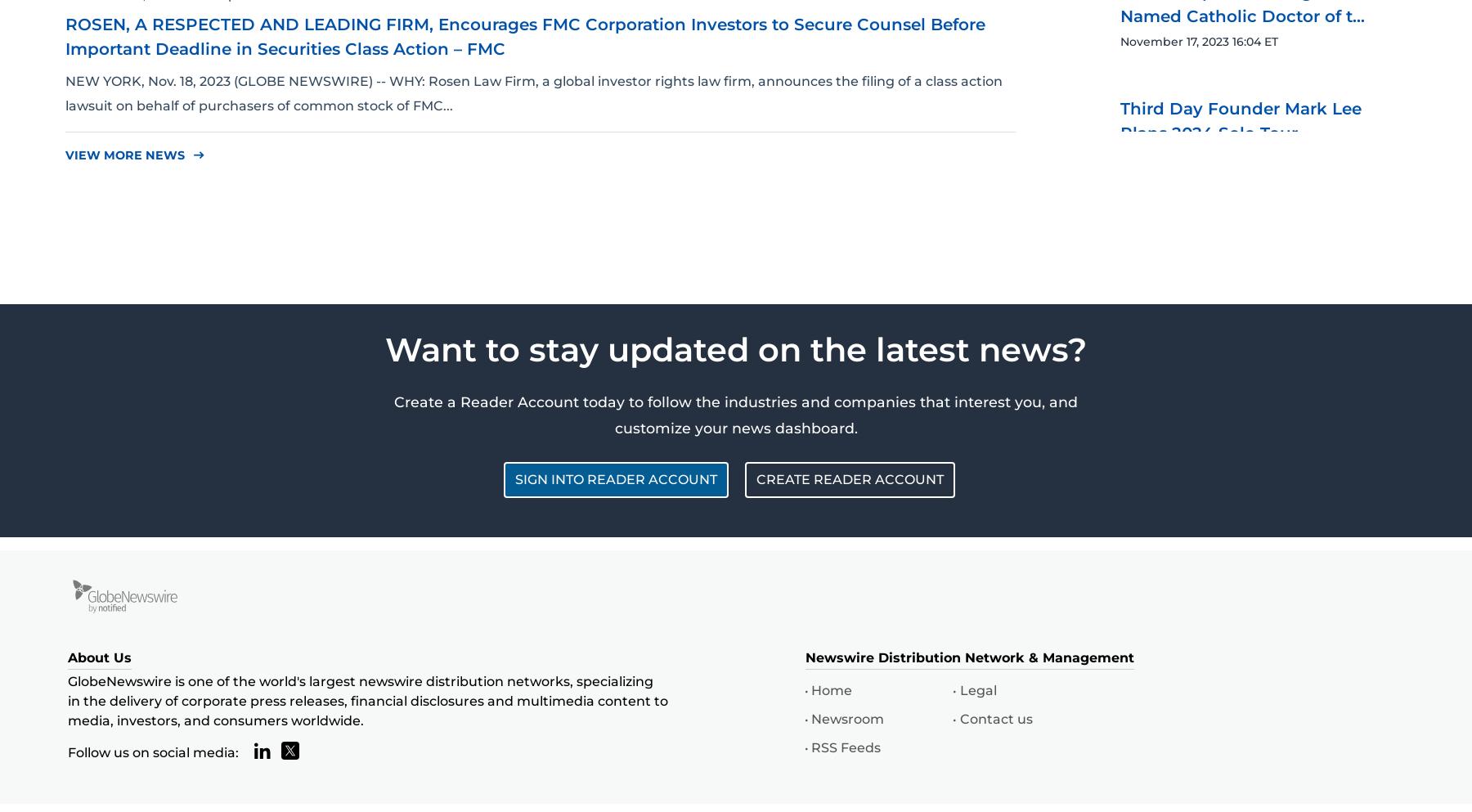 The height and width of the screenshot is (812, 1472). What do you see at coordinates (155, 751) in the screenshot?
I see `'Follow us on social media:'` at bounding box center [155, 751].